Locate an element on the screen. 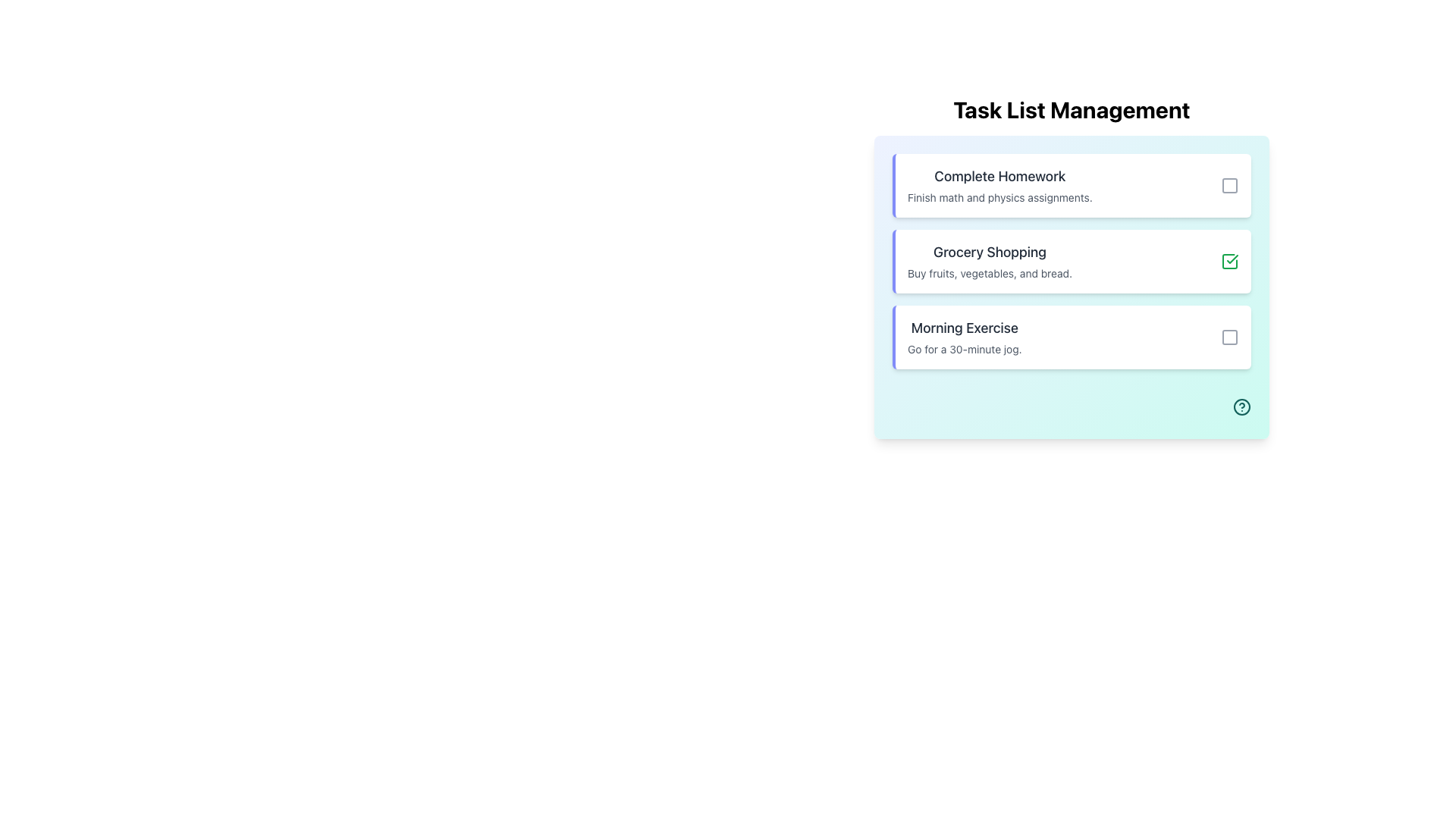 This screenshot has height=819, width=1456. the small, square outlined button located at the top-right corner of the 'Morning Exercise' task card is located at coordinates (1230, 336).